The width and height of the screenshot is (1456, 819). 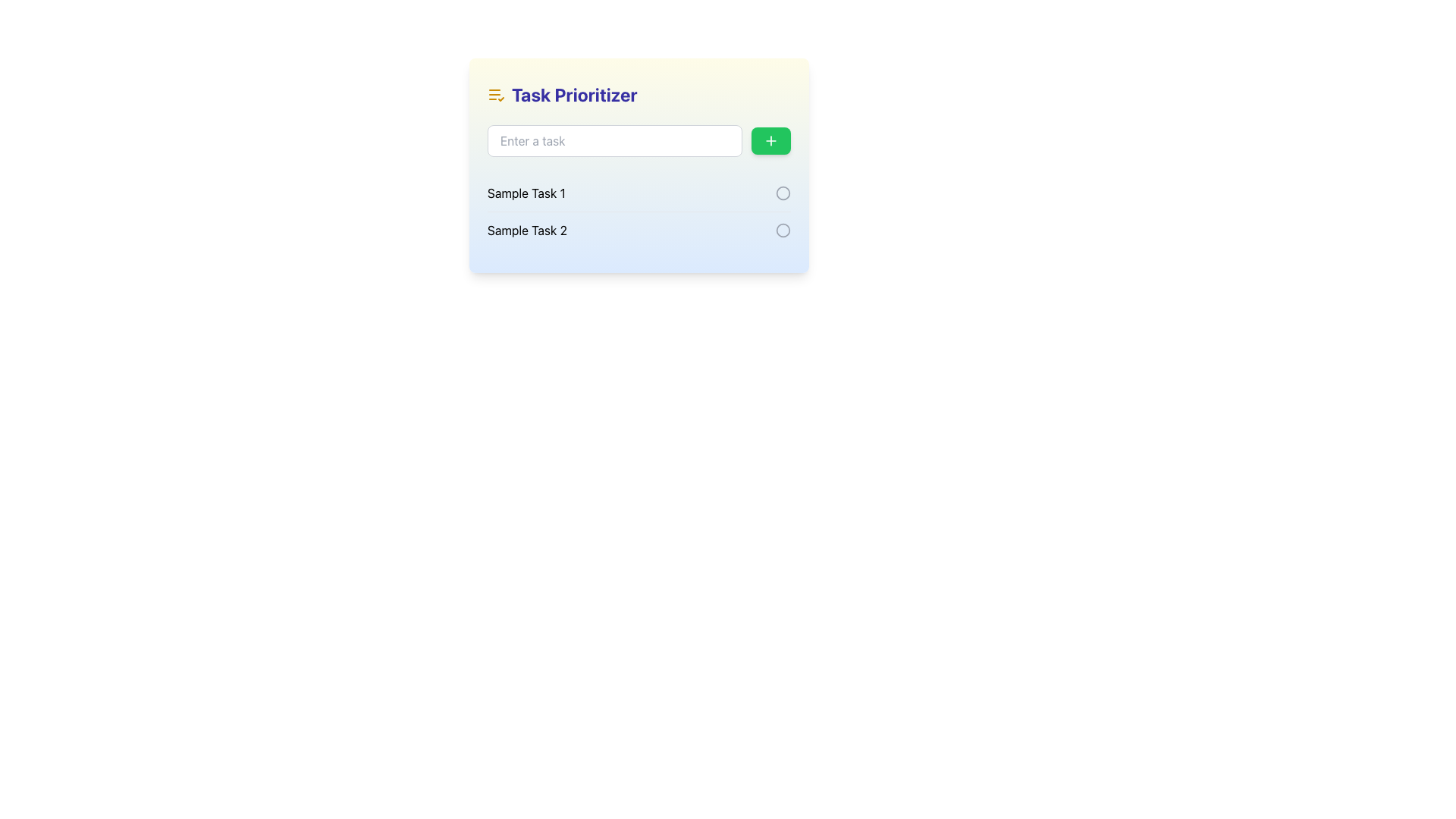 What do you see at coordinates (771, 140) in the screenshot?
I see `the action button located to the right of the text input field` at bounding box center [771, 140].